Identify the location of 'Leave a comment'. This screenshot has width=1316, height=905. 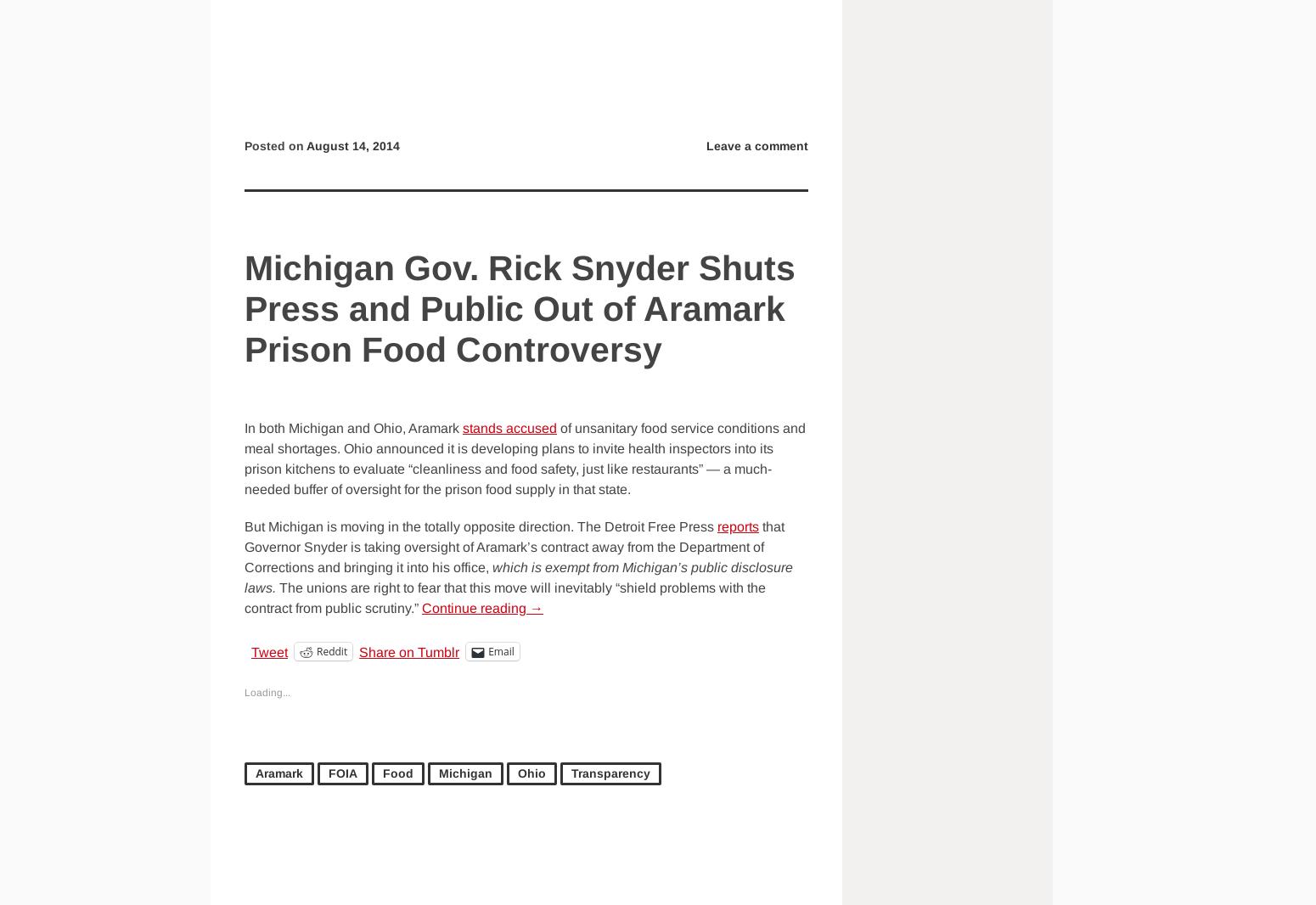
(757, 143).